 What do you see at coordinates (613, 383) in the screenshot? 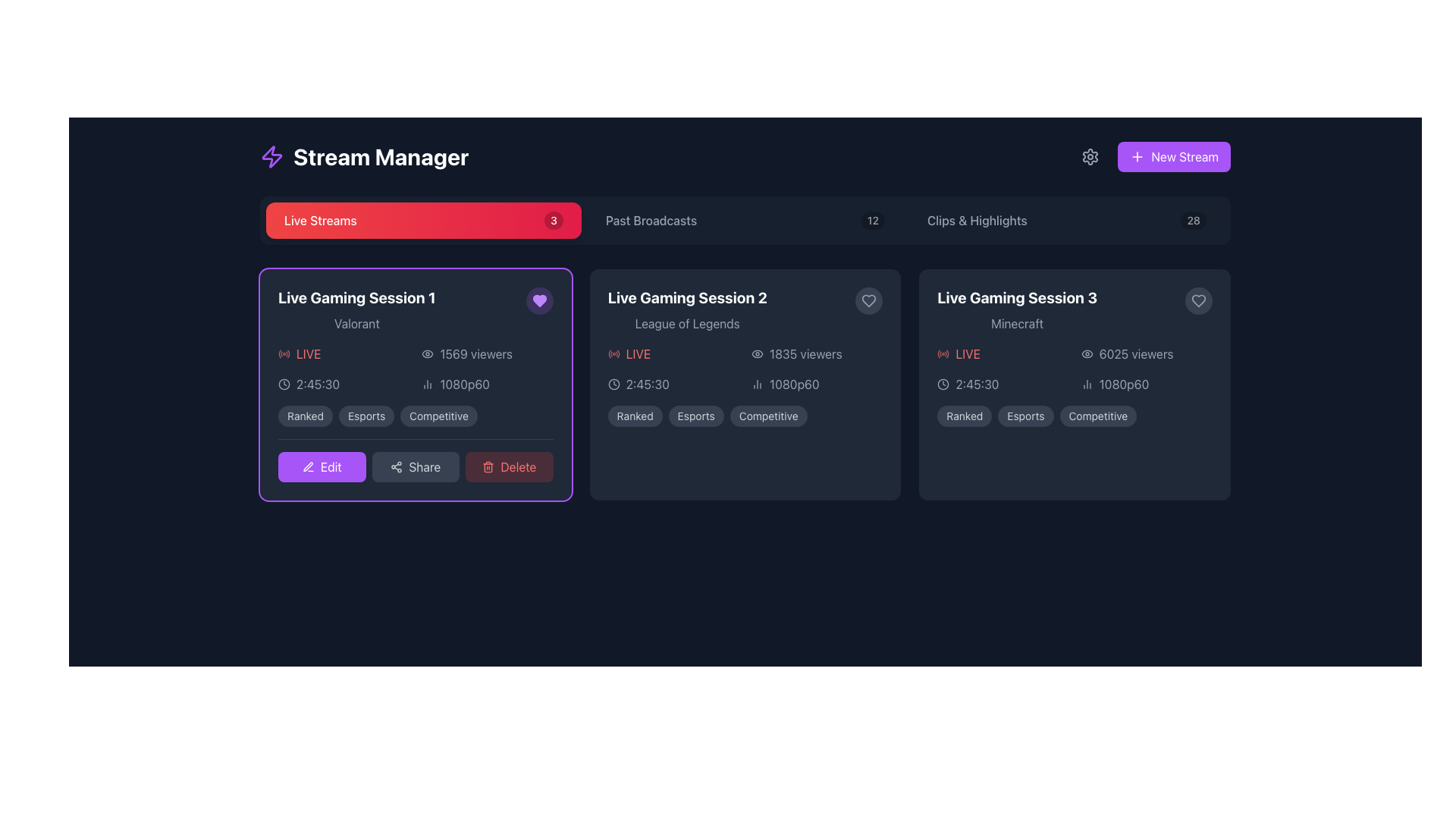
I see `the time icon representing the live stream duration in 'Live Gaming Session 1', located to the left of the text '2:45:30'` at bounding box center [613, 383].